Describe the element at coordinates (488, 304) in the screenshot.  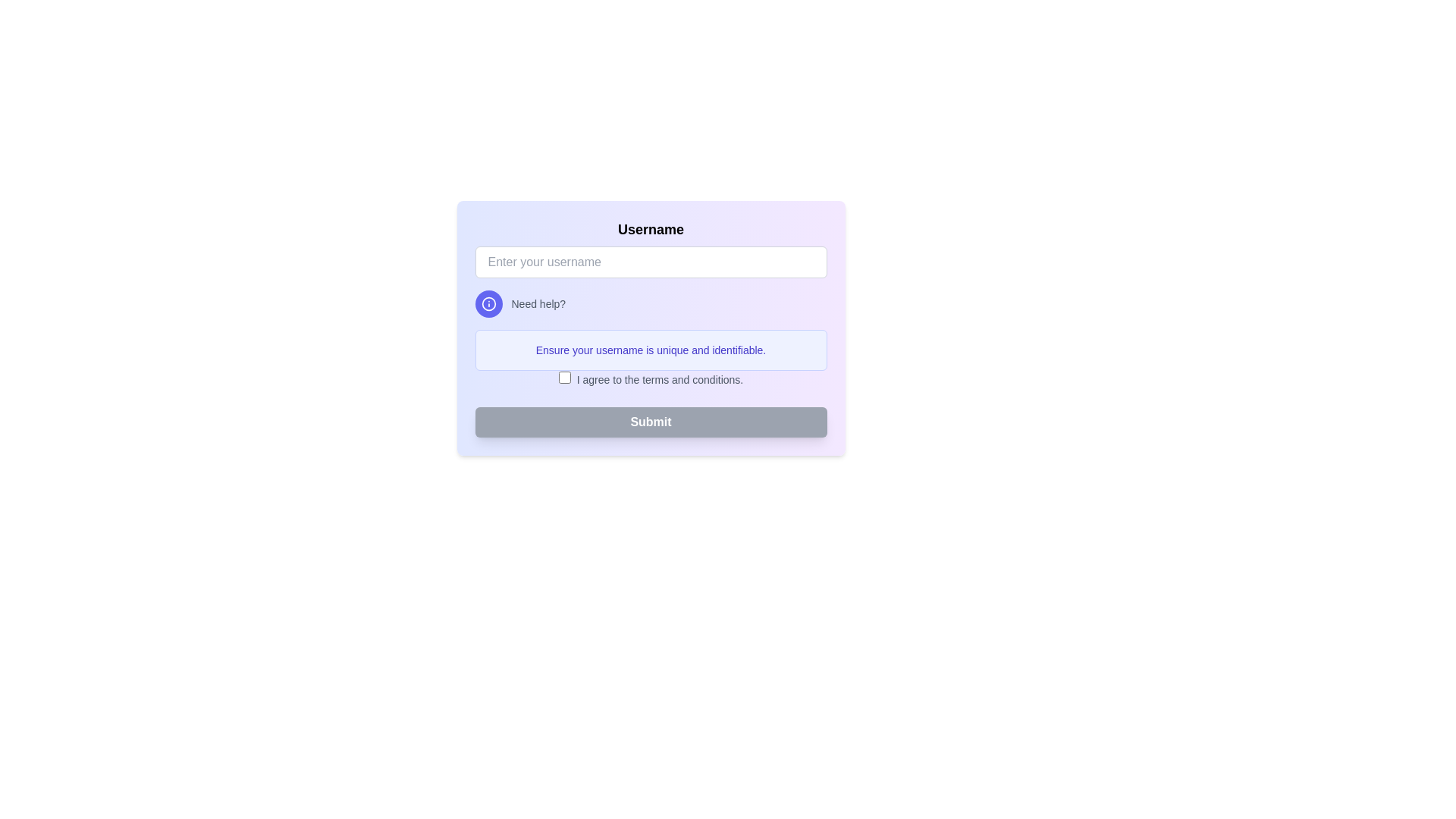
I see `the circular icon located next to the 'Need help?' text field` at that location.